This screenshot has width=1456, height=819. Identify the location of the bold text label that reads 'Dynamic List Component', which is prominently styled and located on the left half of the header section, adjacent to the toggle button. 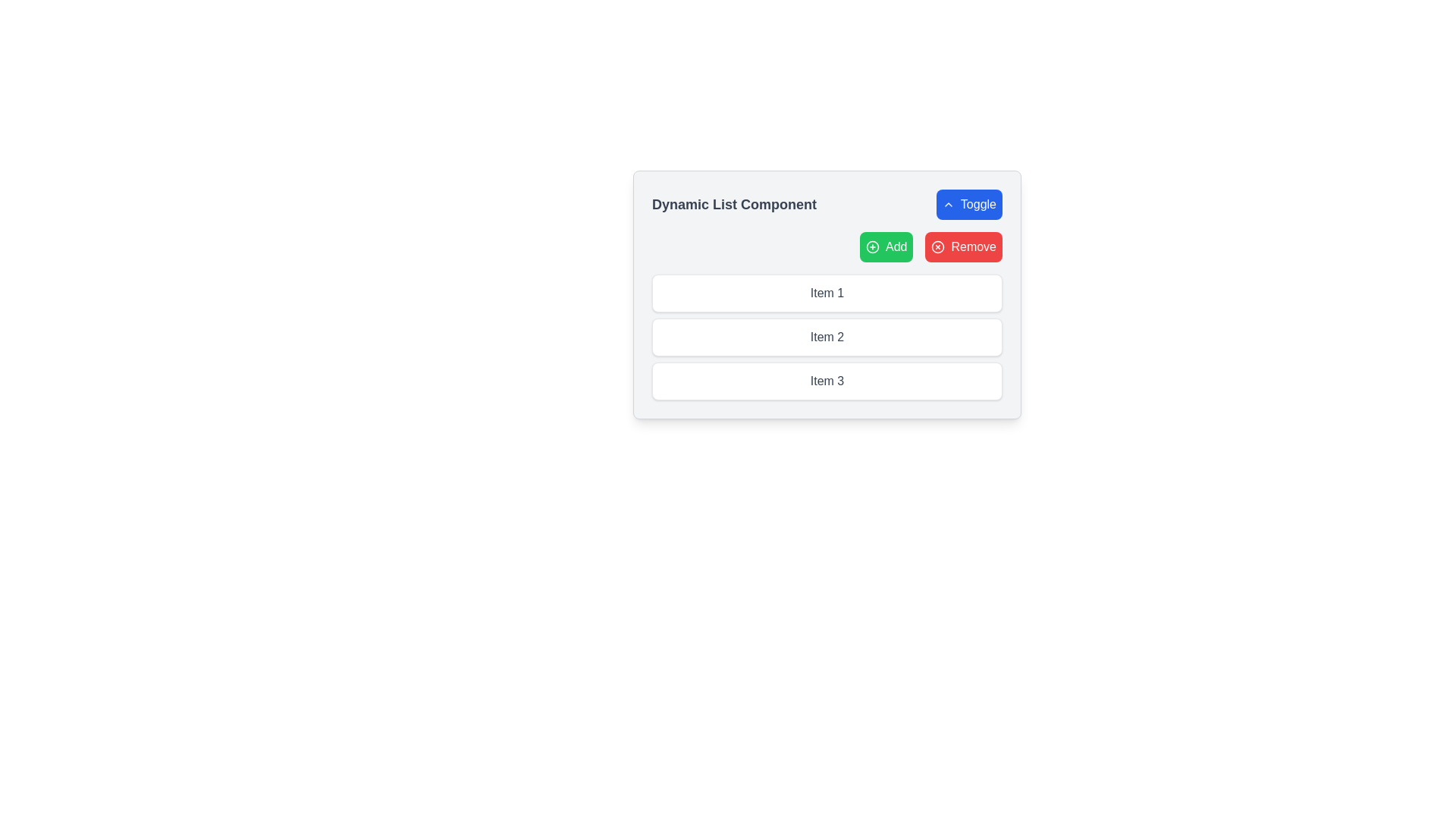
(734, 205).